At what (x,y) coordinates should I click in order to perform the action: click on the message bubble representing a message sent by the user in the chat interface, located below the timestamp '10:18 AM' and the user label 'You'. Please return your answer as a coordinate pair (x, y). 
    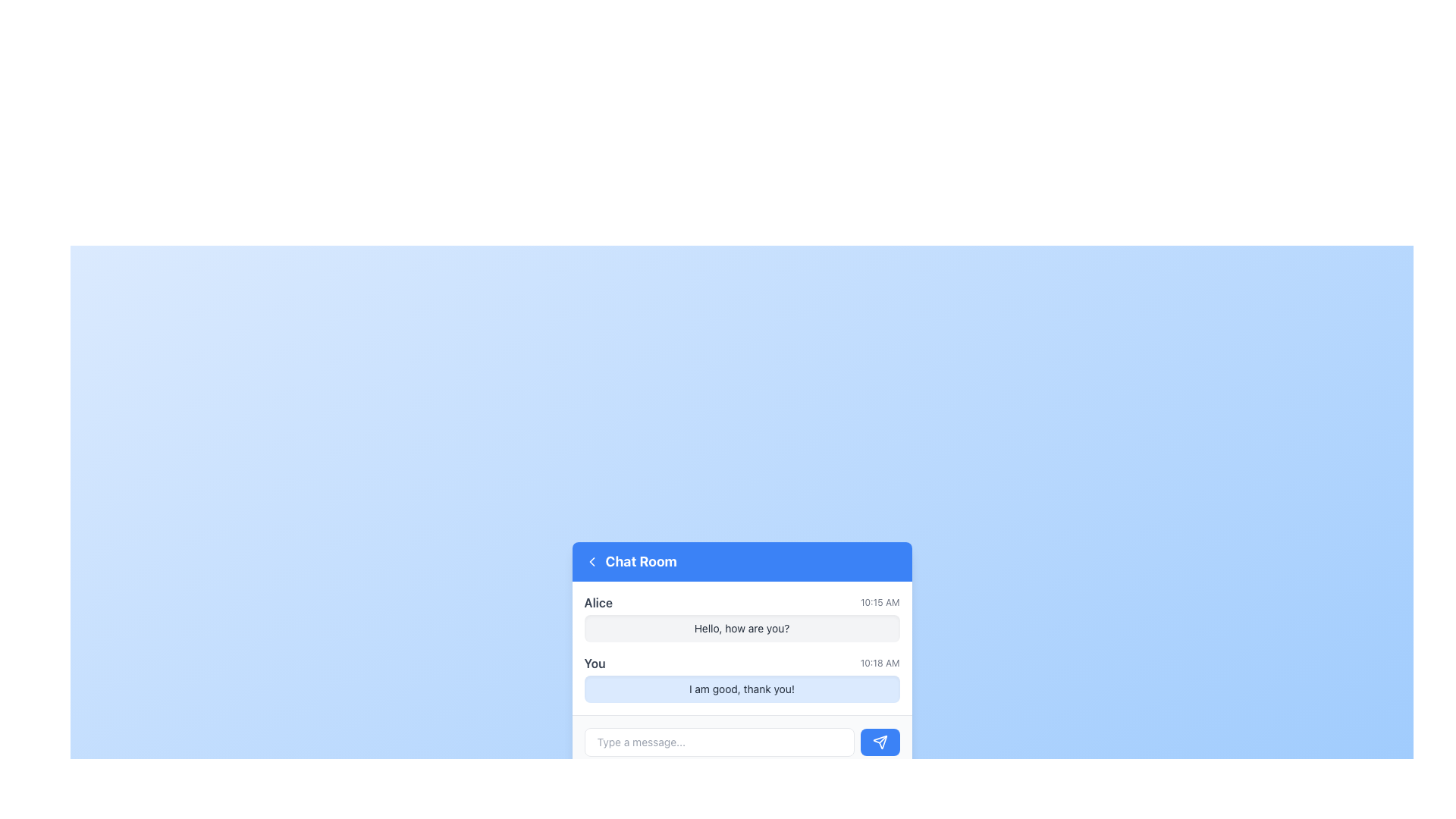
    Looking at the image, I should click on (742, 689).